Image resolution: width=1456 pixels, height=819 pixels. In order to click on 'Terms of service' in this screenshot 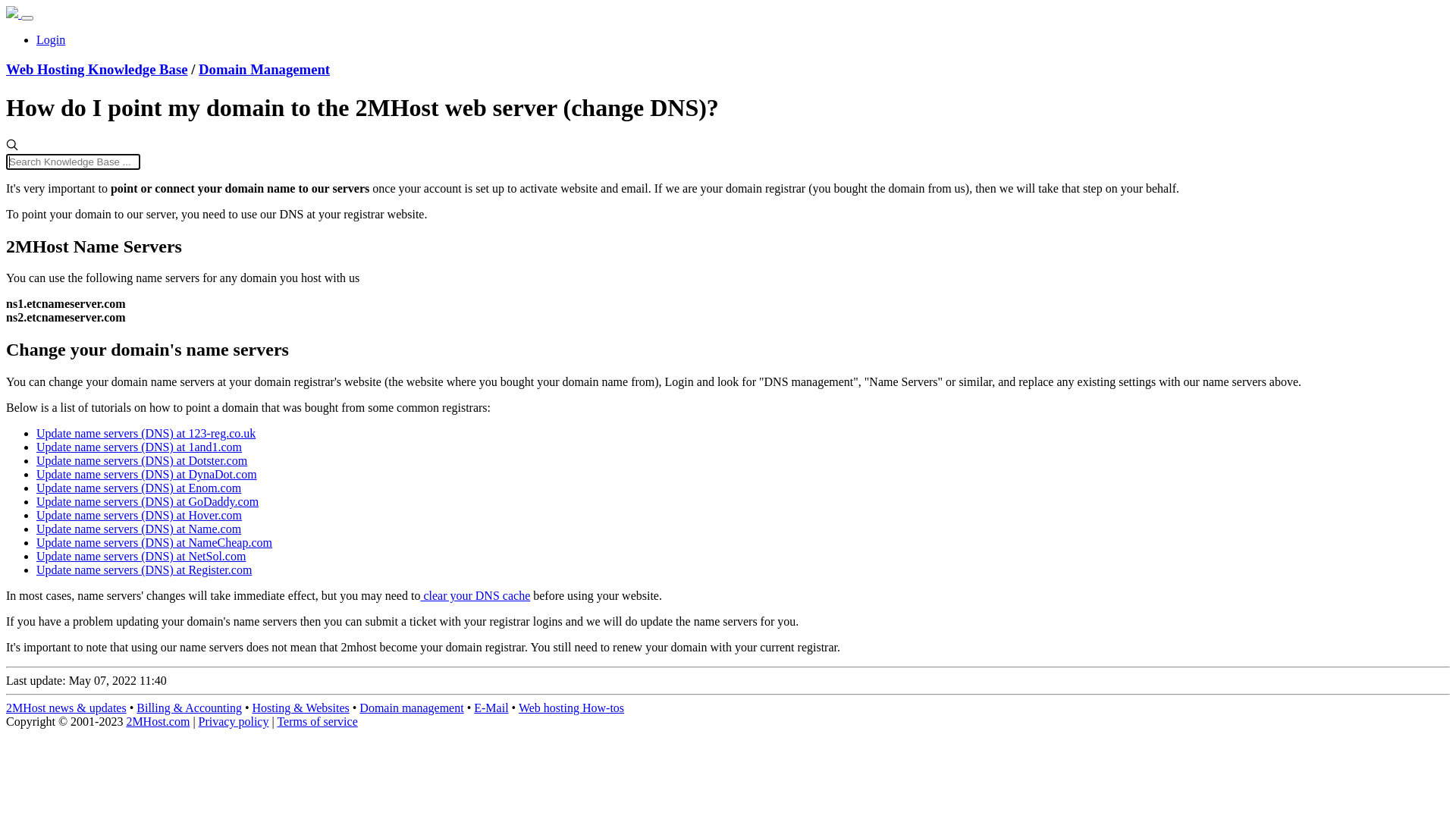, I will do `click(315, 720)`.